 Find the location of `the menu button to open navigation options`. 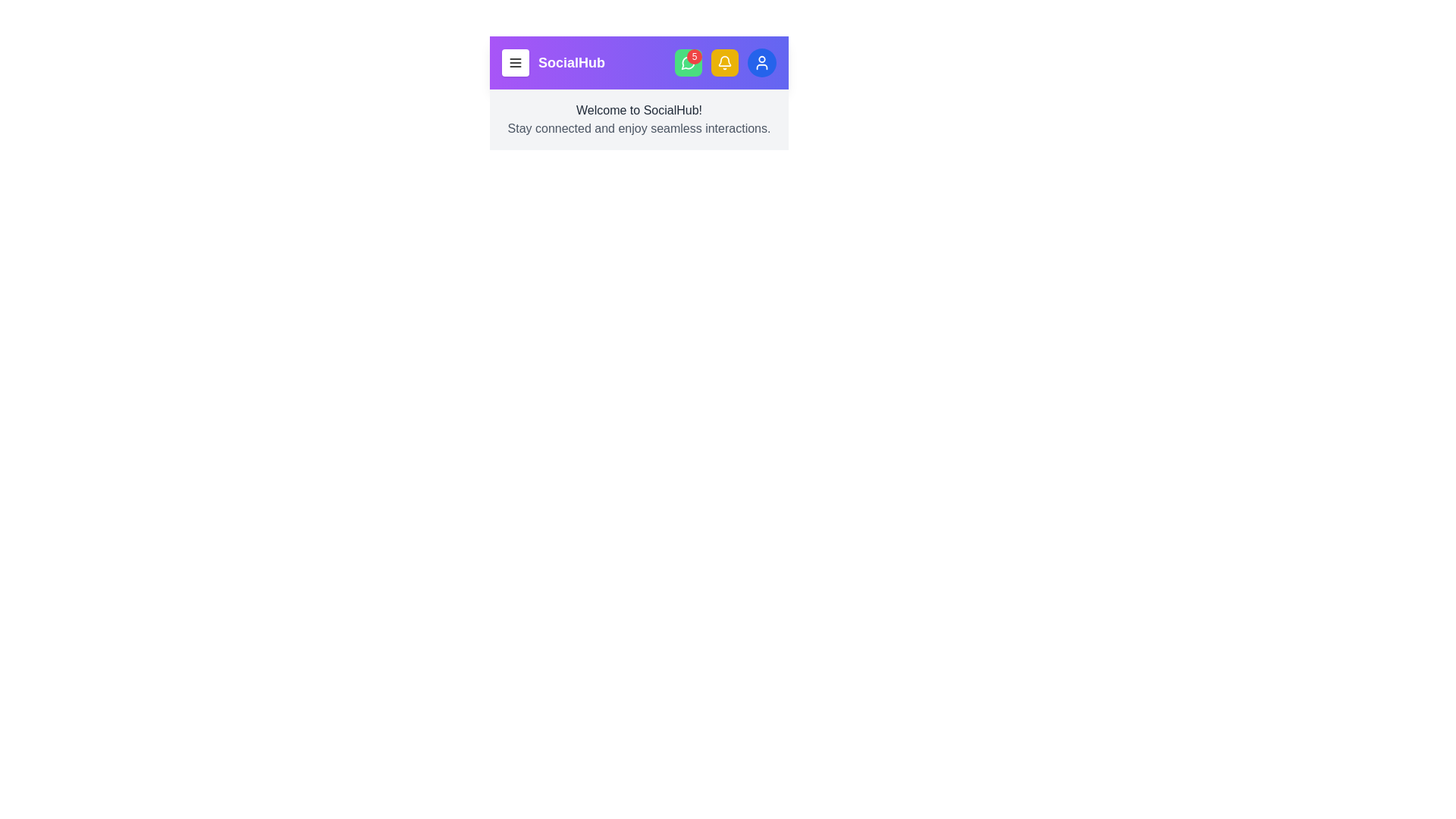

the menu button to open navigation options is located at coordinates (516, 62).